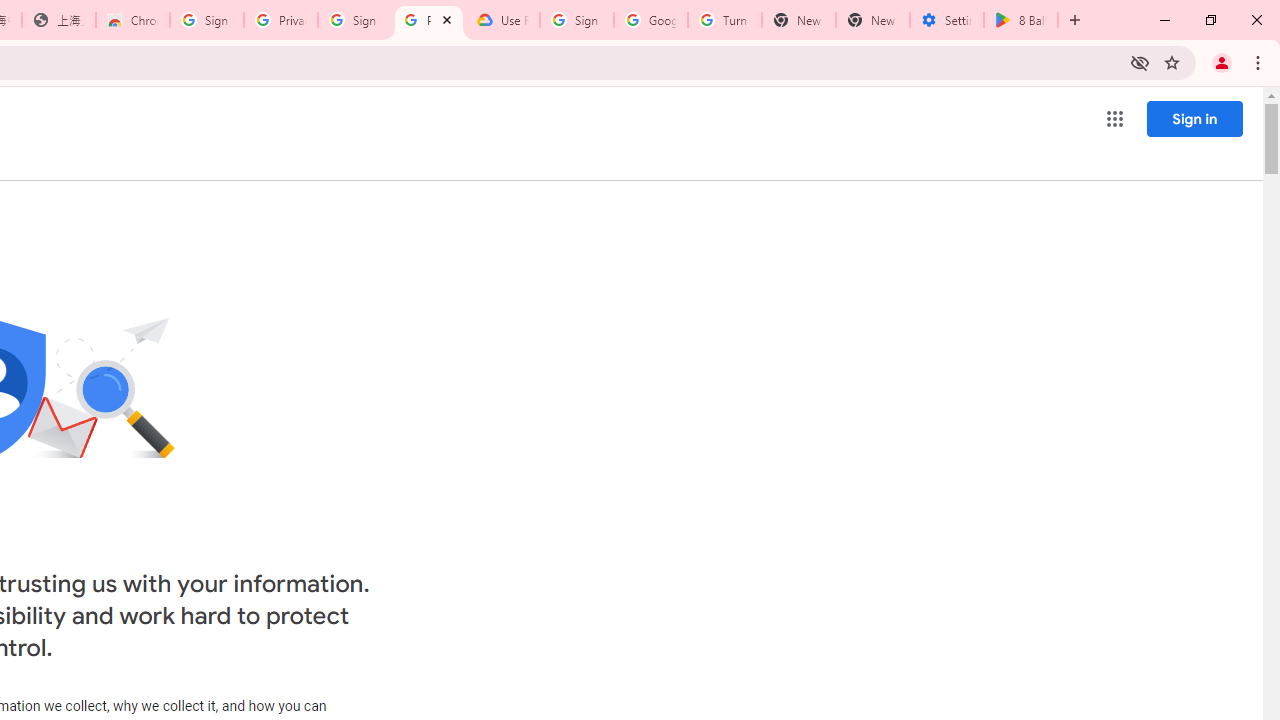 This screenshot has width=1280, height=720. Describe the element at coordinates (872, 20) in the screenshot. I see `'New Tab'` at that location.